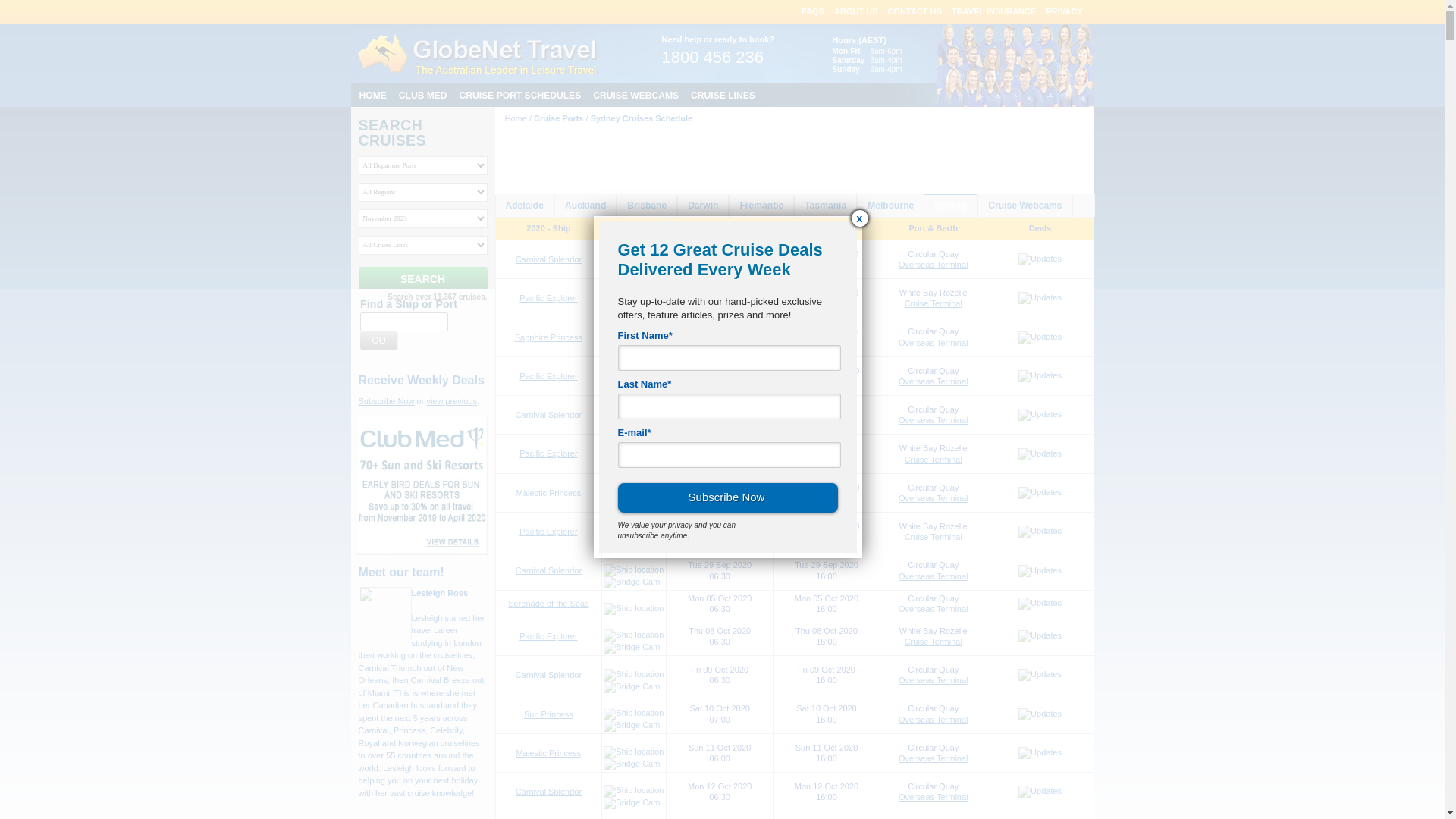 This screenshot has height=819, width=1456. I want to click on 'Subscribe Now', so click(617, 497).